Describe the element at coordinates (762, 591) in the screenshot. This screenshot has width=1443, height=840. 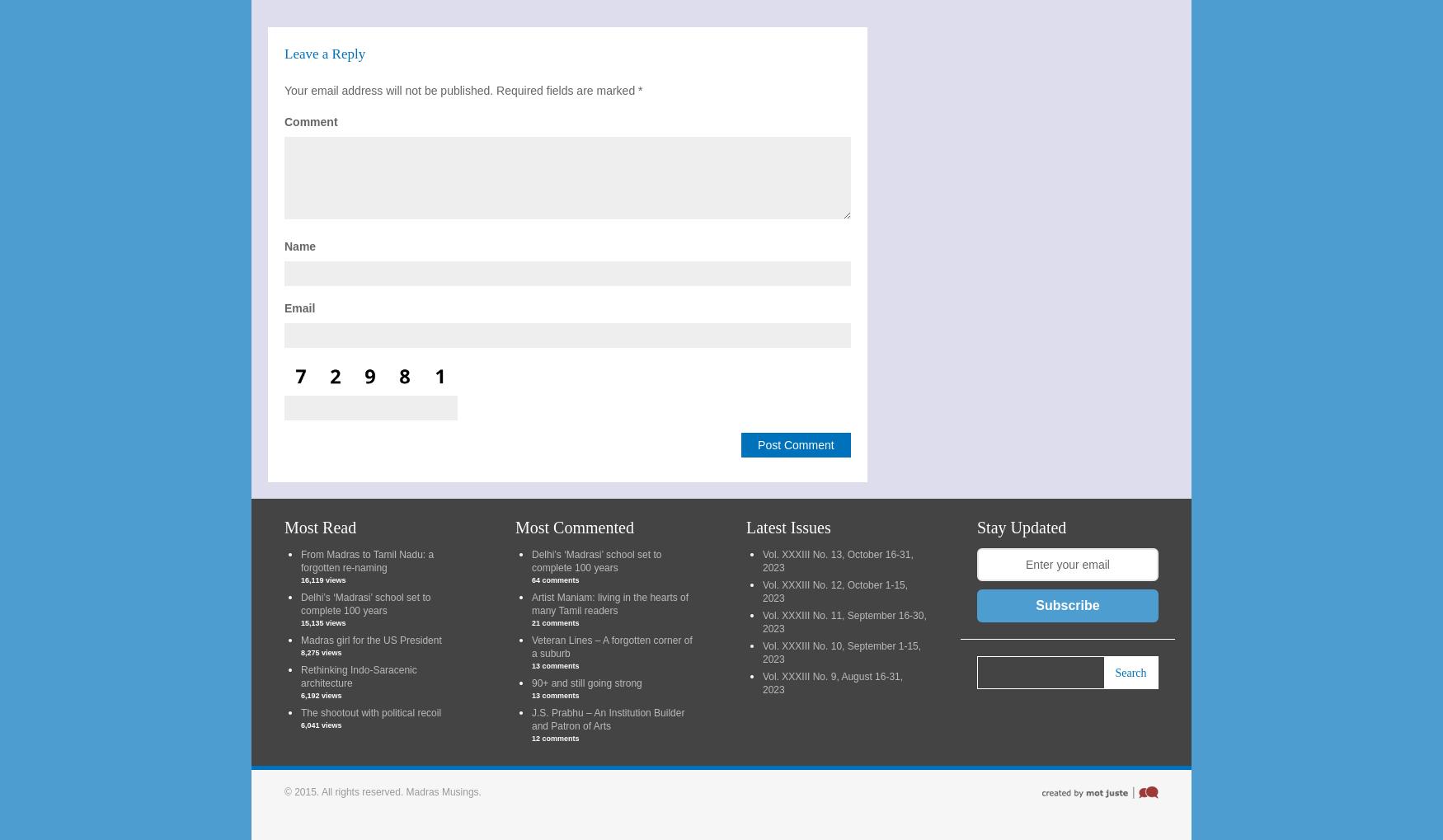
I see `'Vol. XXXIII No. 12, October 1-15, 2023'` at that location.